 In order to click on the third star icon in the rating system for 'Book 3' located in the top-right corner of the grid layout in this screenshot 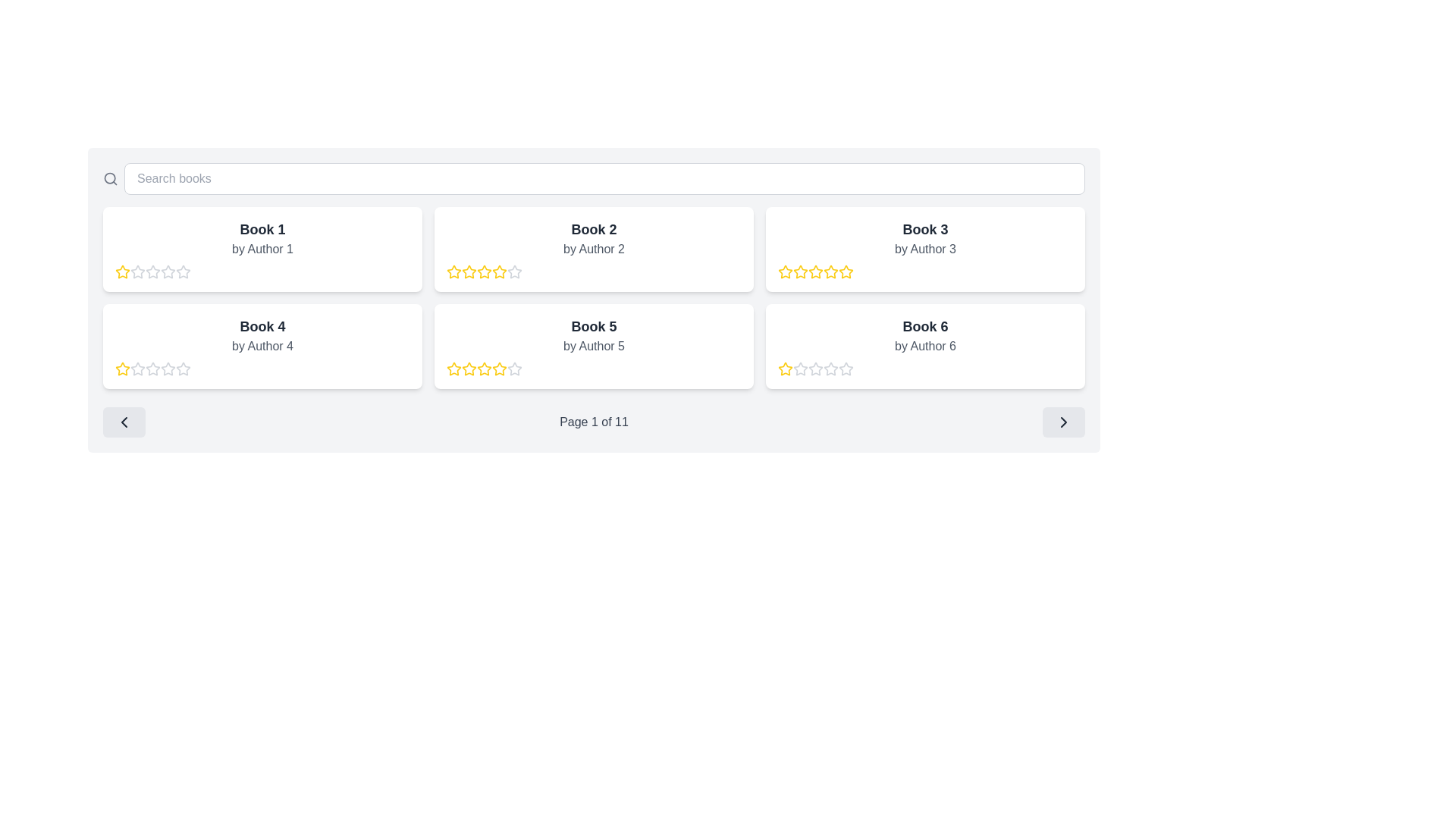, I will do `click(800, 271)`.